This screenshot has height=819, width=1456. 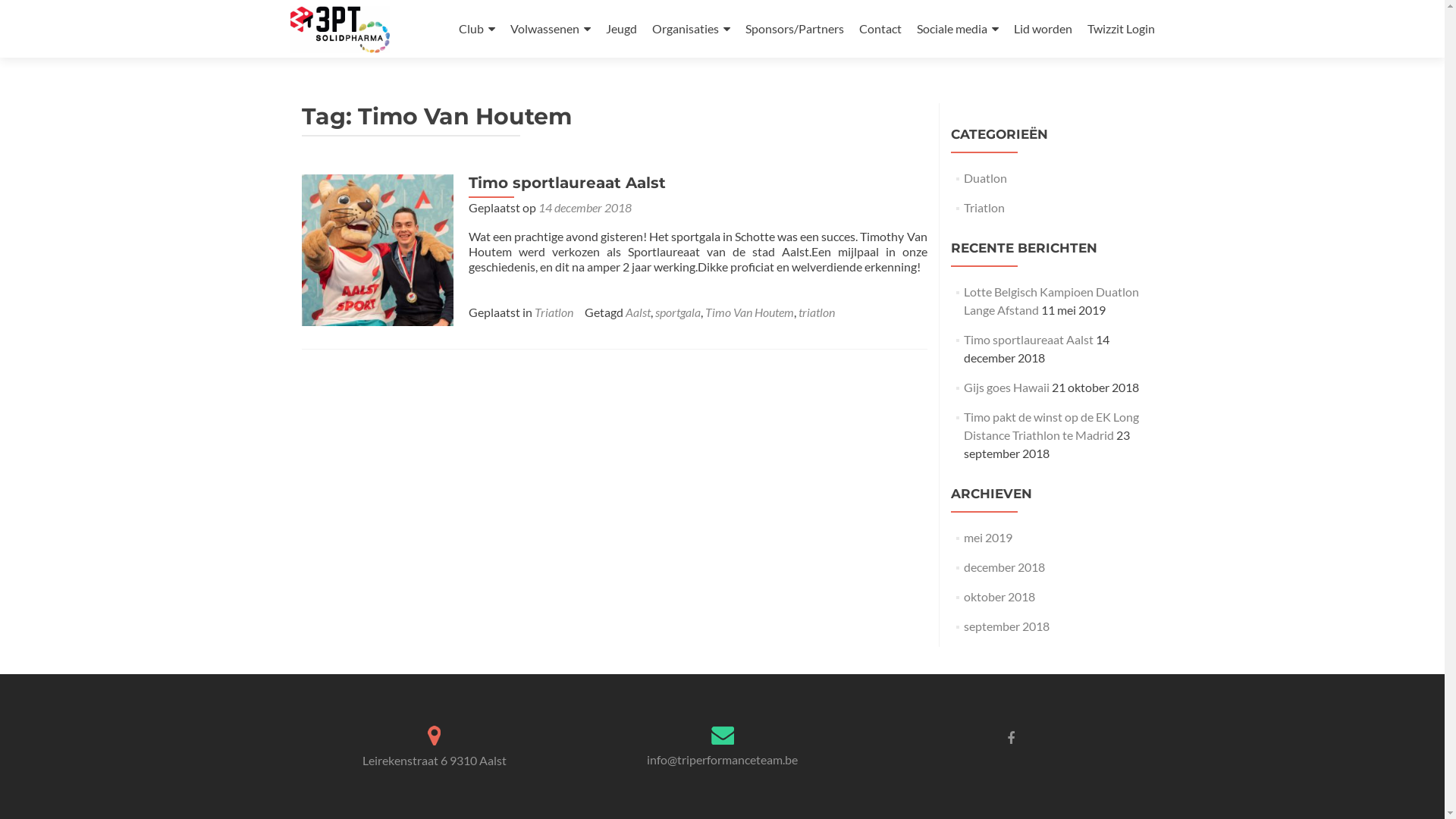 What do you see at coordinates (676, 311) in the screenshot?
I see `'sportgala'` at bounding box center [676, 311].